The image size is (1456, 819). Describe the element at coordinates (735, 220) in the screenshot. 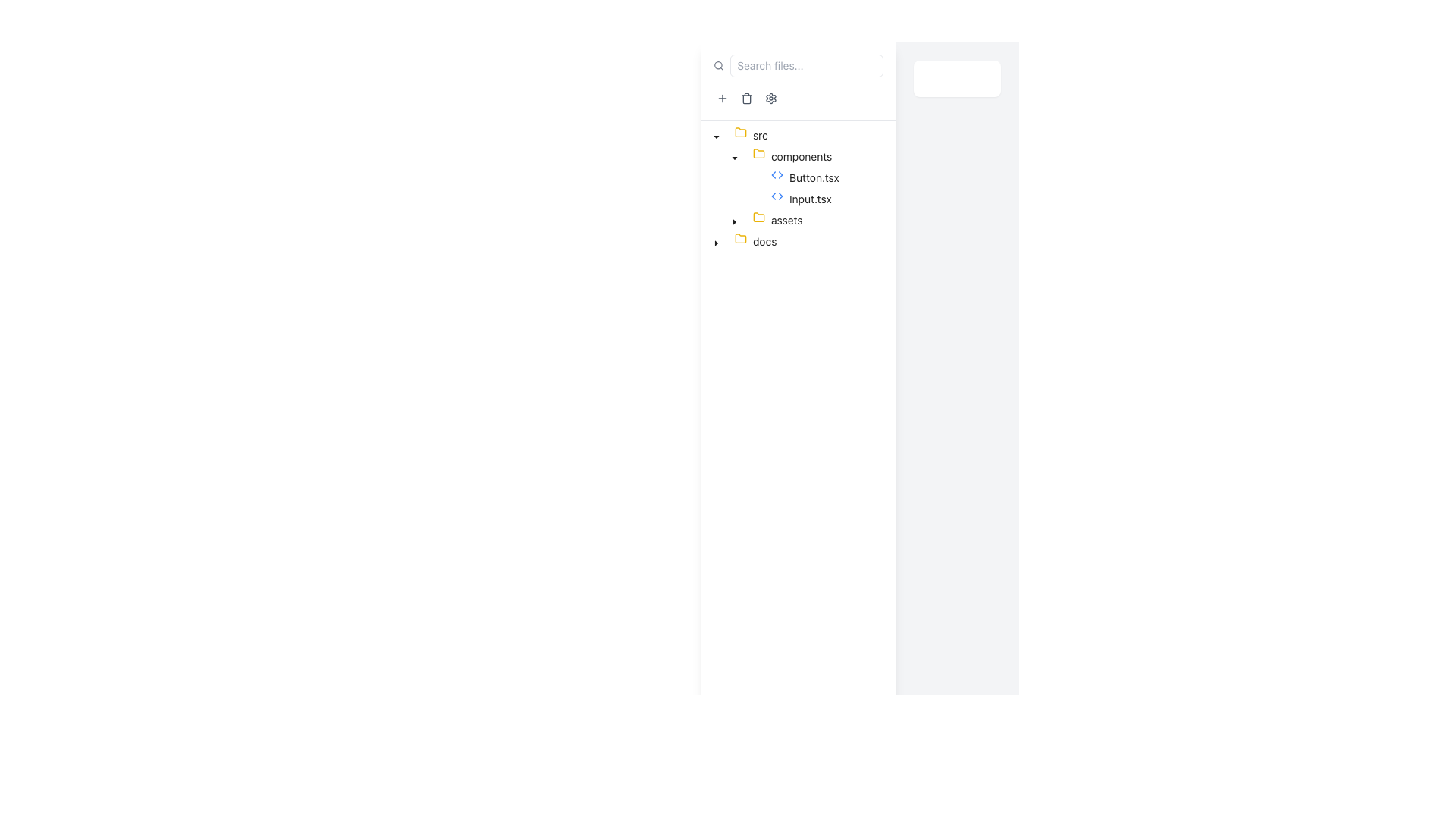

I see `the button to the left of the 'assets' folder in the file tree view` at that location.